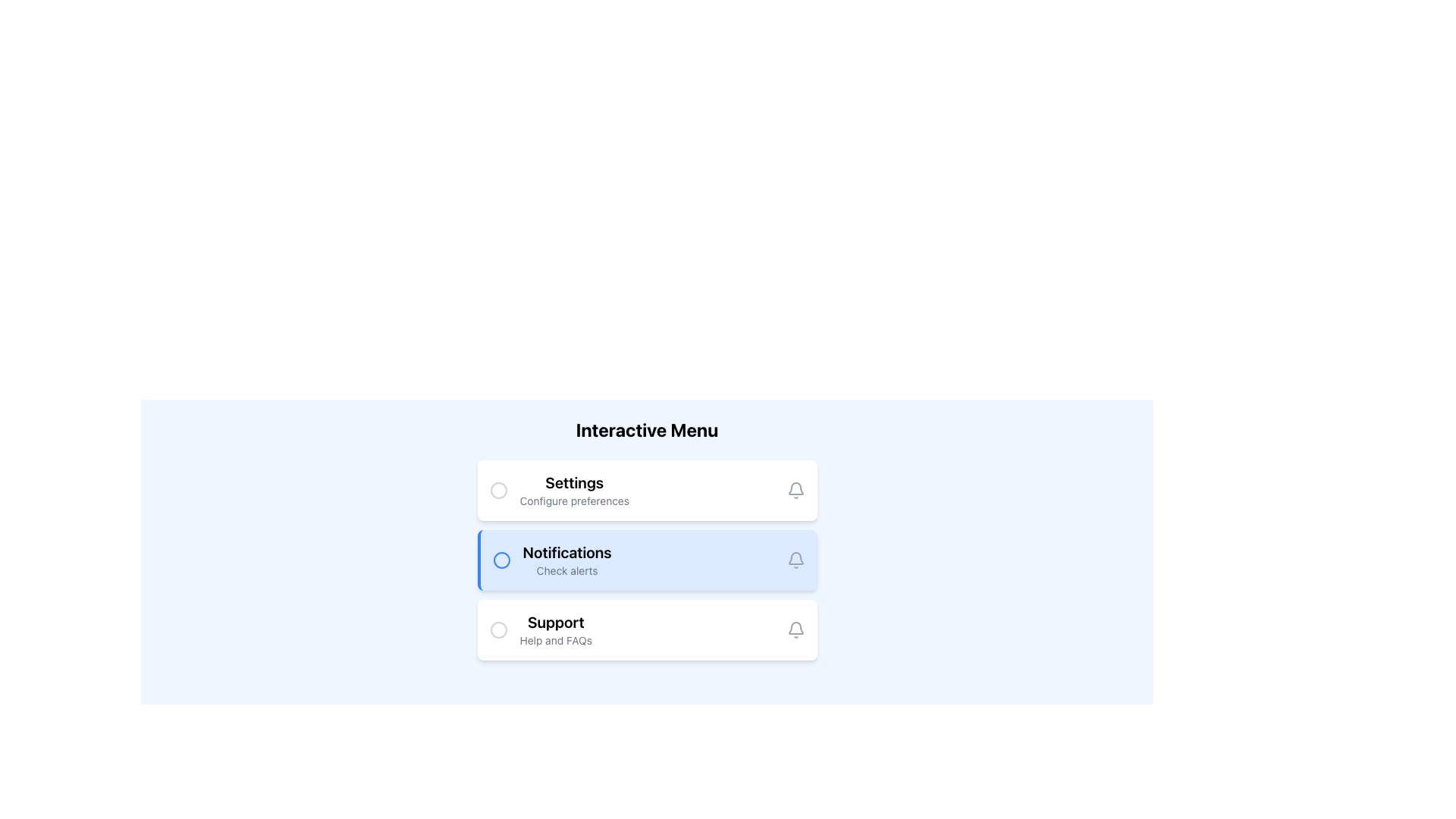  I want to click on the clickable menu item, so click(566, 560).